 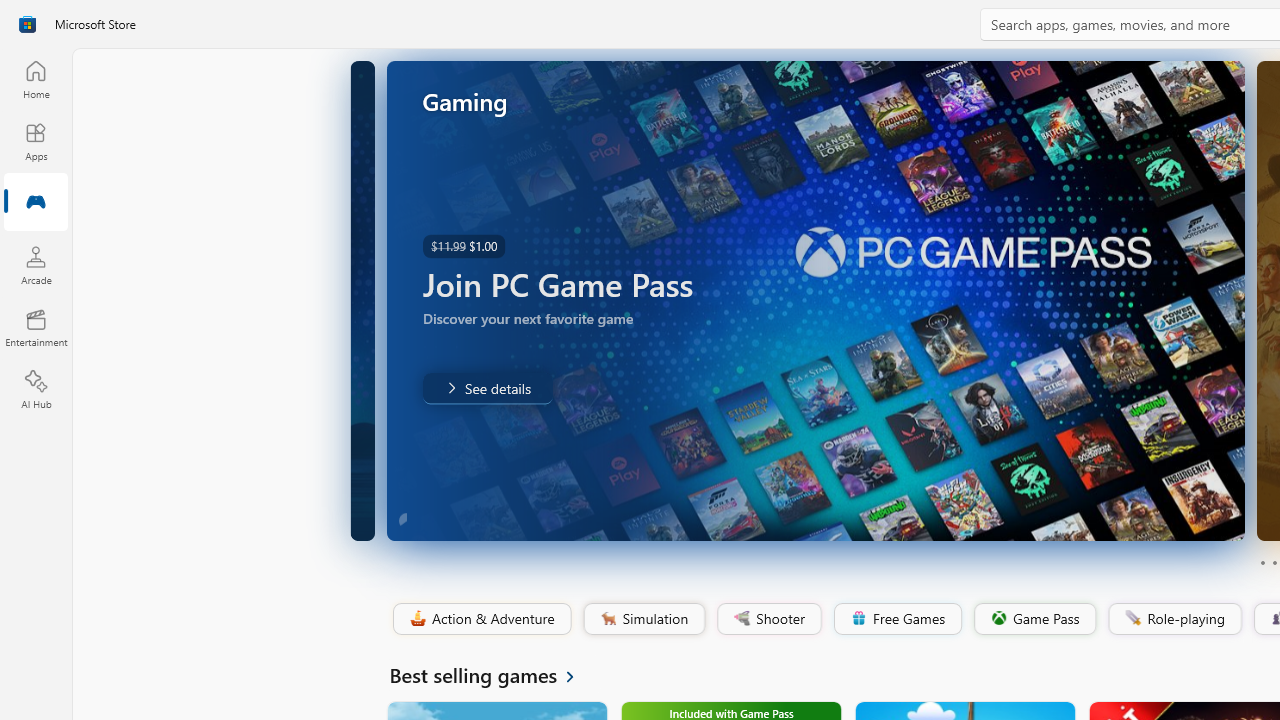 I want to click on 'Simulation', so click(x=643, y=618).